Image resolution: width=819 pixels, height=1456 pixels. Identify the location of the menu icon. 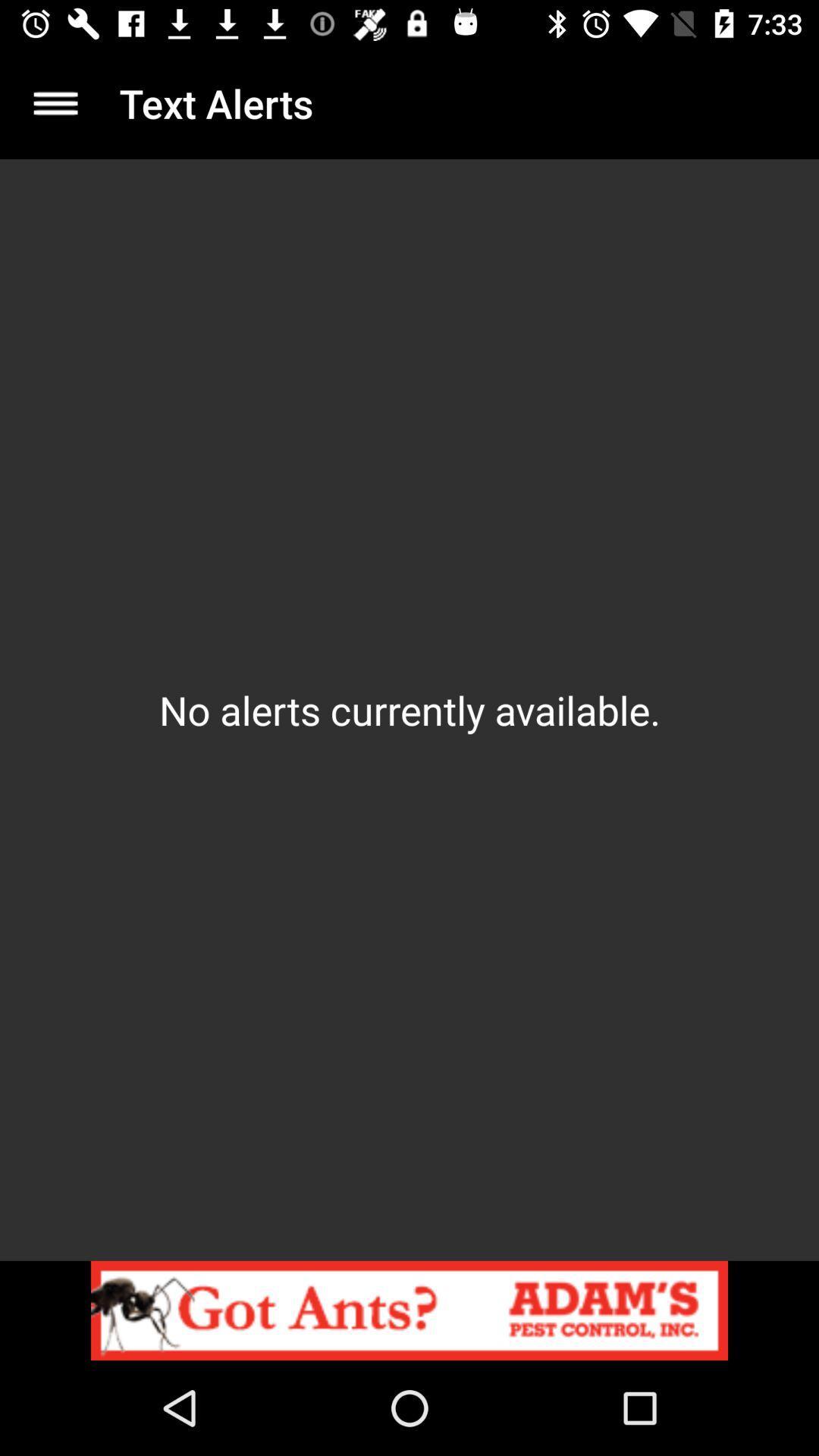
(55, 102).